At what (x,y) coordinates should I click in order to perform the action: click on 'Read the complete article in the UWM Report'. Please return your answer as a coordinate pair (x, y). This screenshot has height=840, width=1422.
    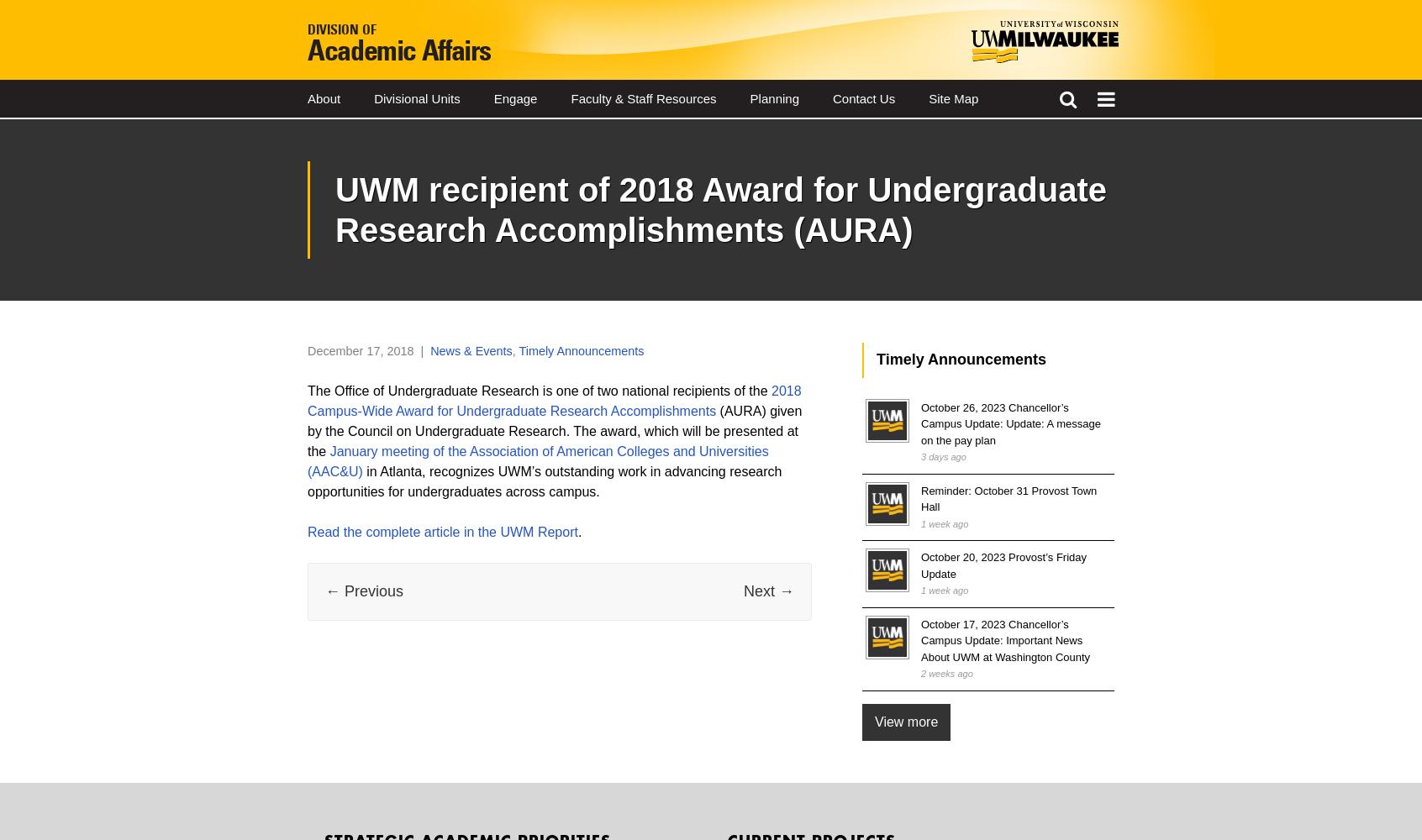
    Looking at the image, I should click on (442, 531).